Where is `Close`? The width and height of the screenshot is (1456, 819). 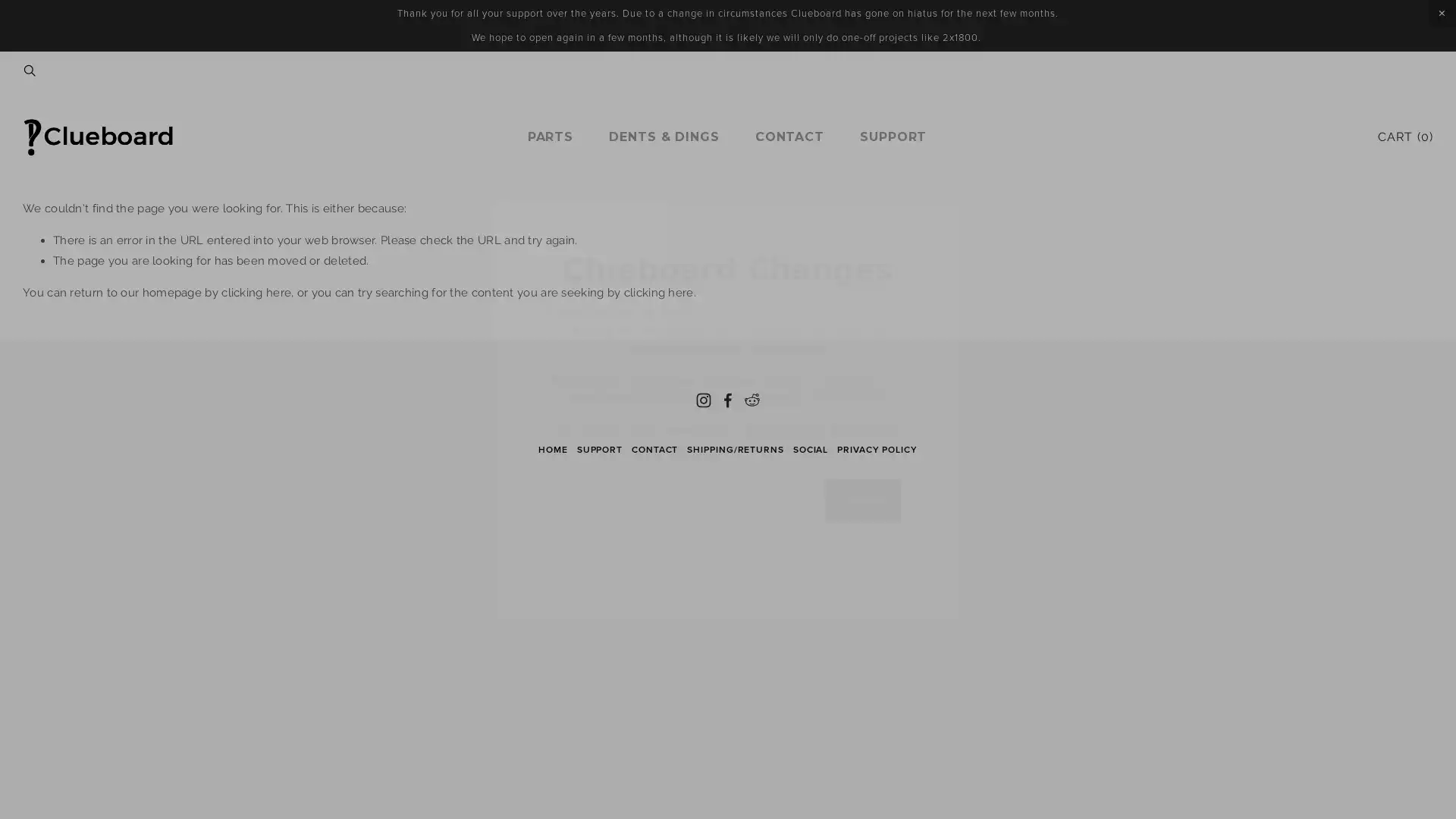 Close is located at coordinates (945, 218).